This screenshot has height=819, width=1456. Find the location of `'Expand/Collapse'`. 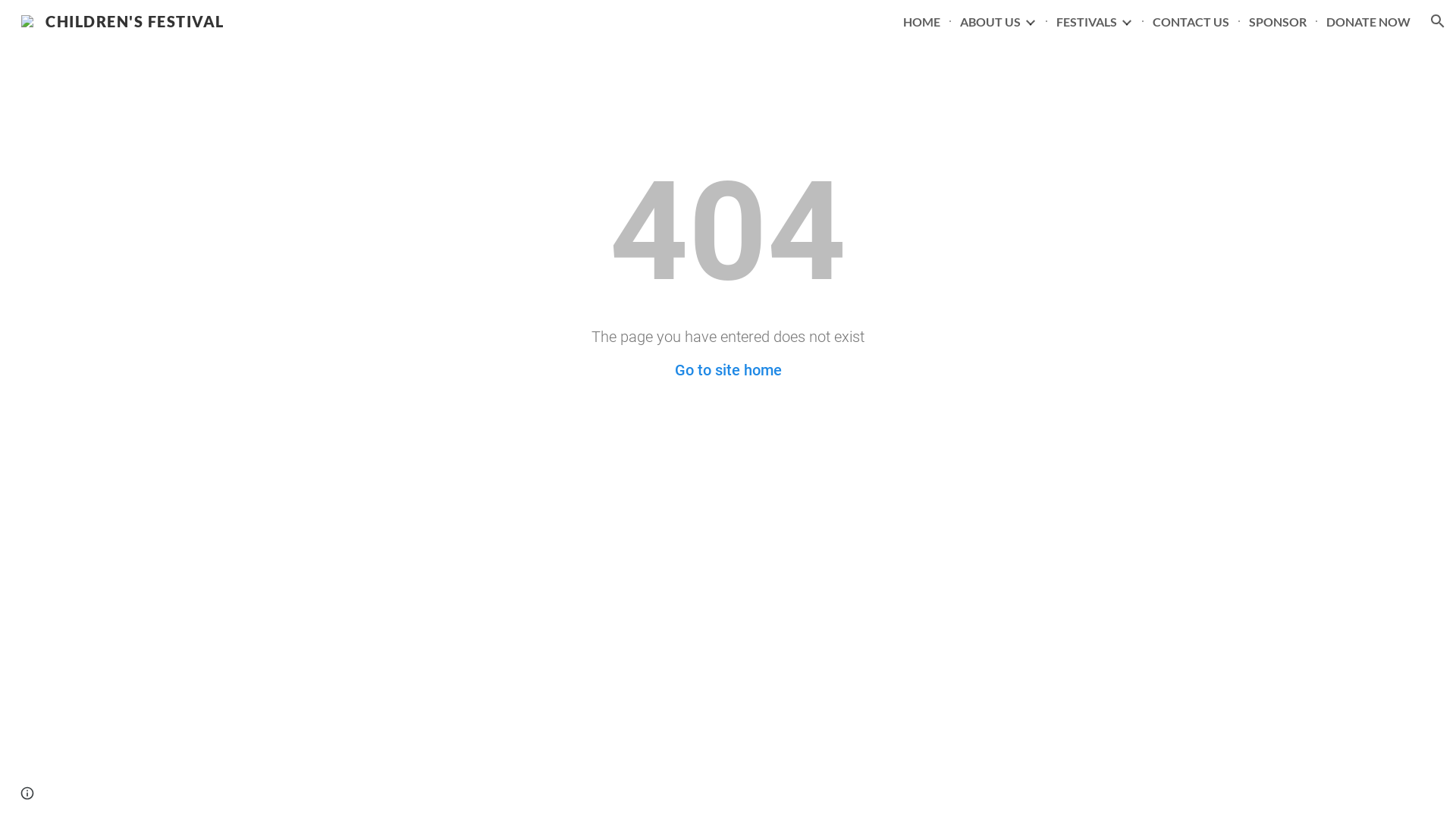

'Expand/Collapse' is located at coordinates (1022, 20).